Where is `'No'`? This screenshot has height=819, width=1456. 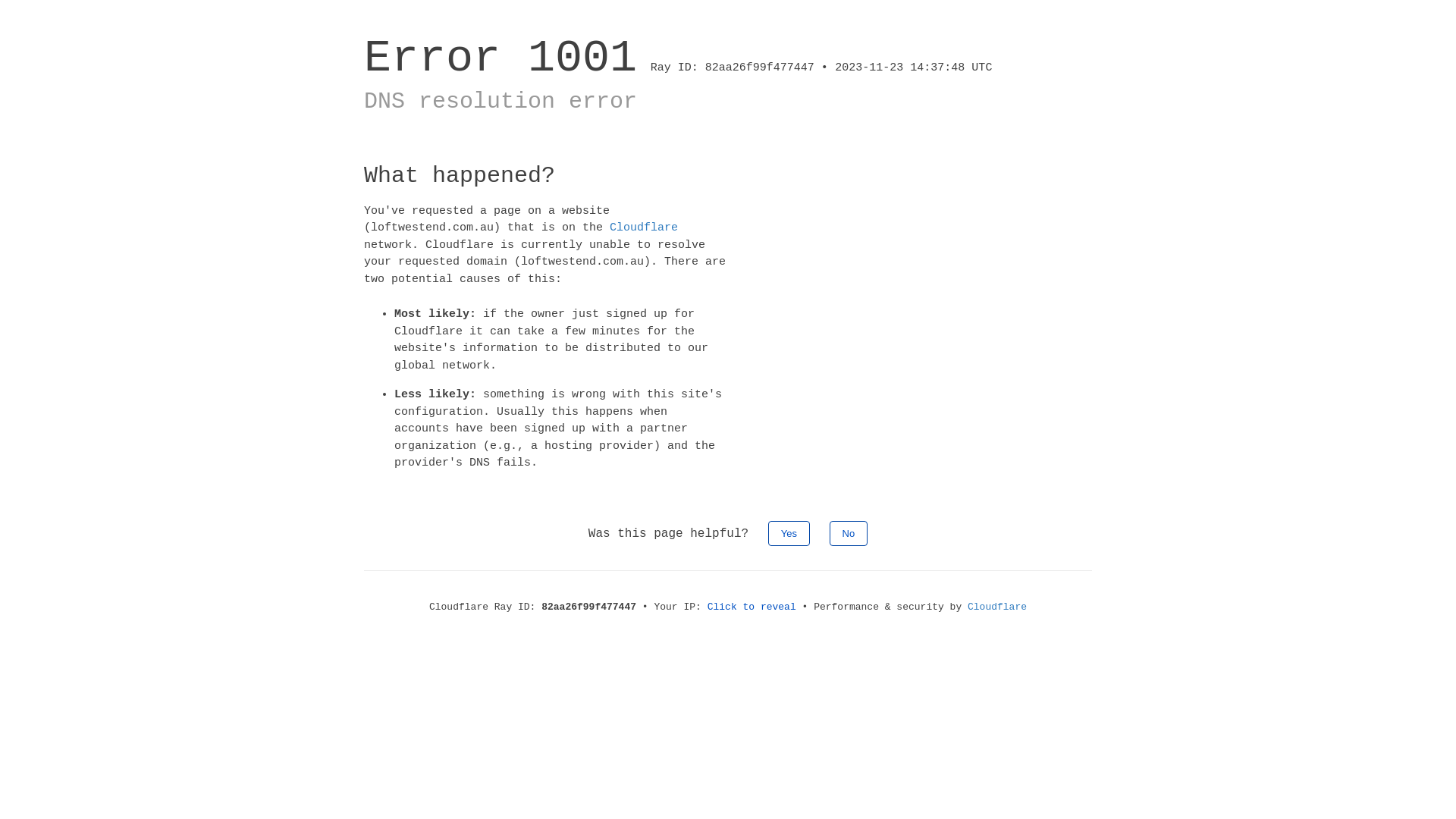 'No' is located at coordinates (848, 532).